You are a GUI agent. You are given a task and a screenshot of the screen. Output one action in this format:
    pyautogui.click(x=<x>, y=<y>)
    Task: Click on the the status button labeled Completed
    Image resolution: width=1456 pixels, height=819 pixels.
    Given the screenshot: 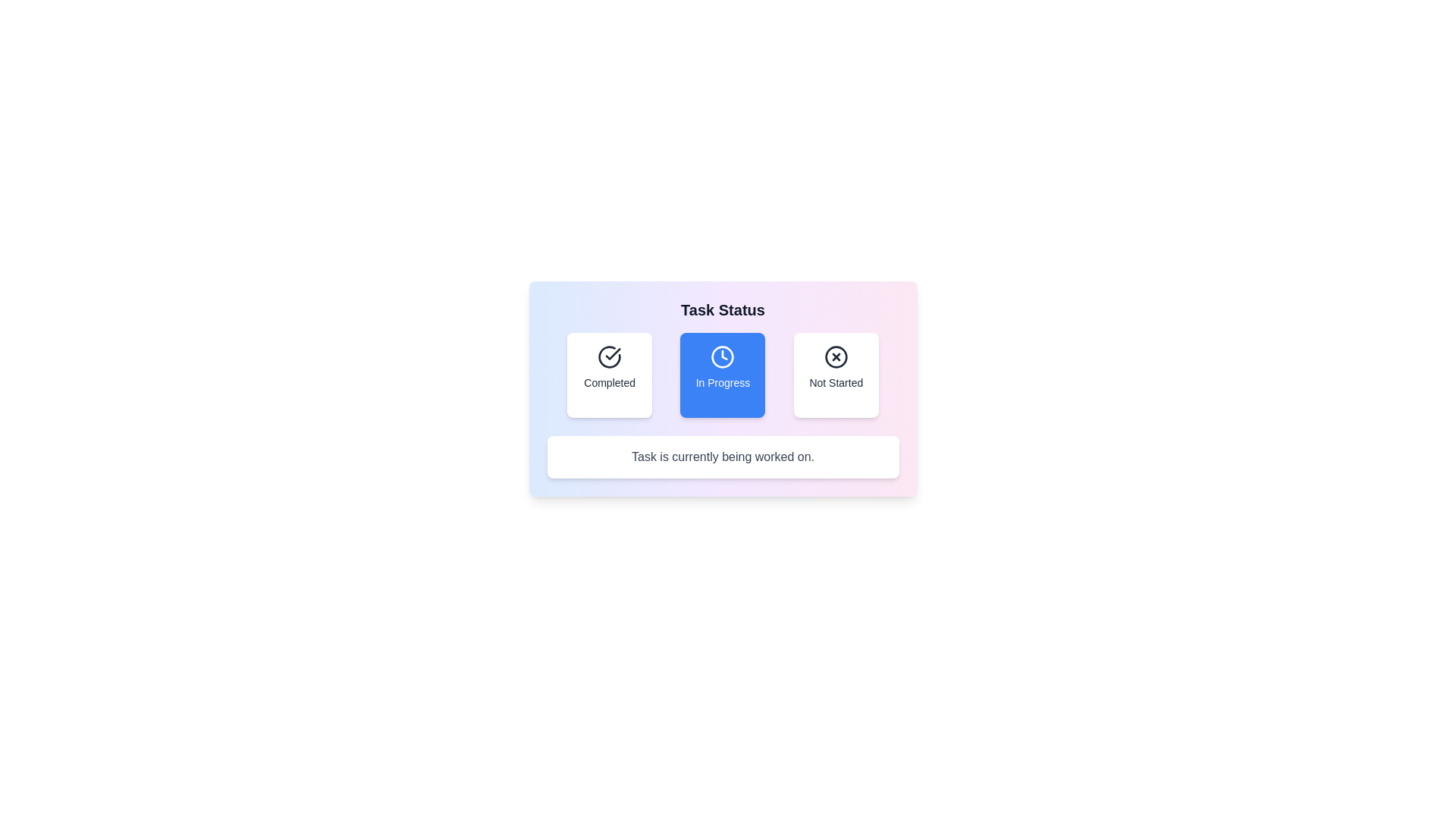 What is the action you would take?
    pyautogui.click(x=610, y=375)
    